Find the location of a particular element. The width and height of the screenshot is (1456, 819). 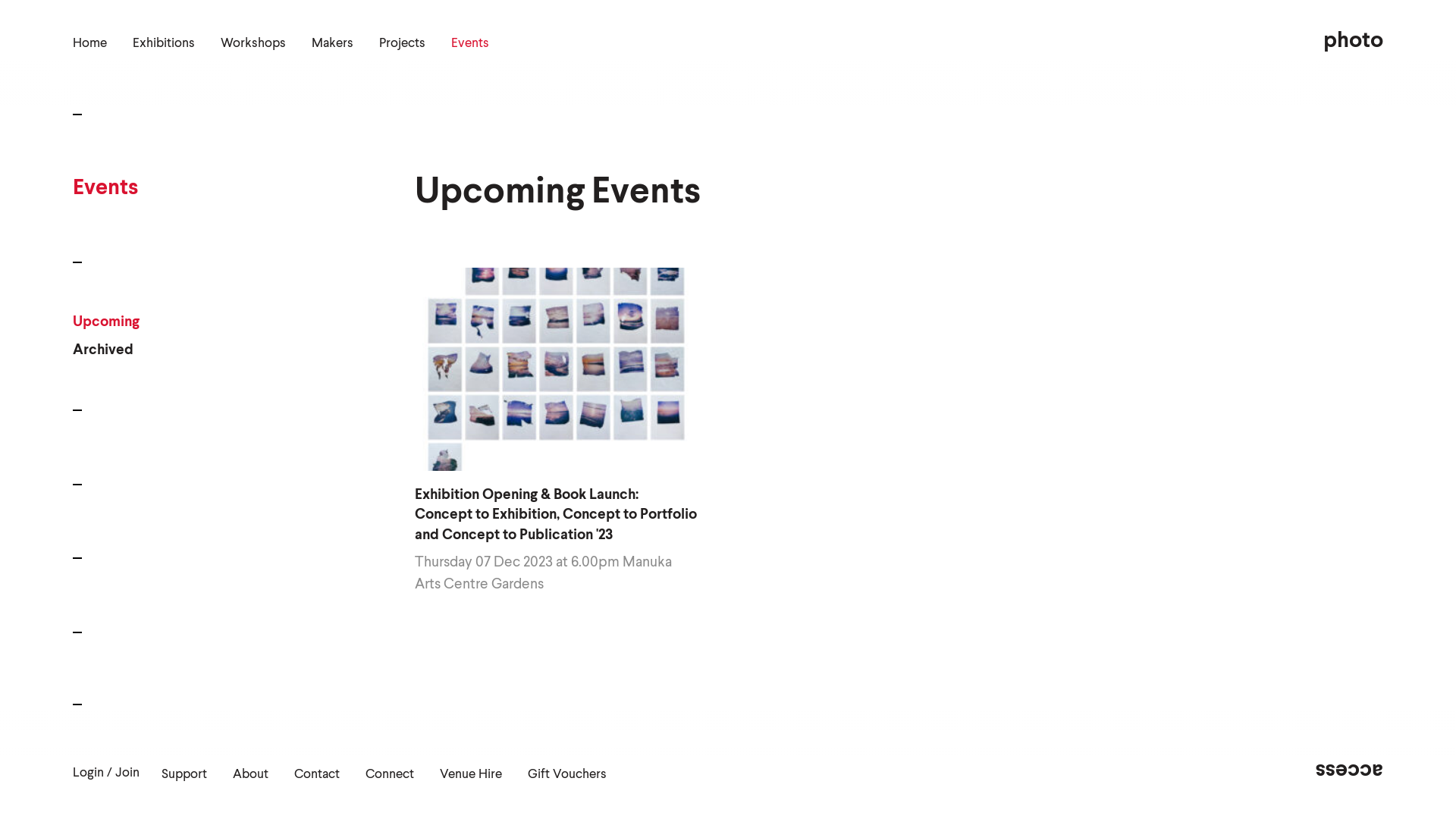

'Gift Vouchers' is located at coordinates (528, 774).